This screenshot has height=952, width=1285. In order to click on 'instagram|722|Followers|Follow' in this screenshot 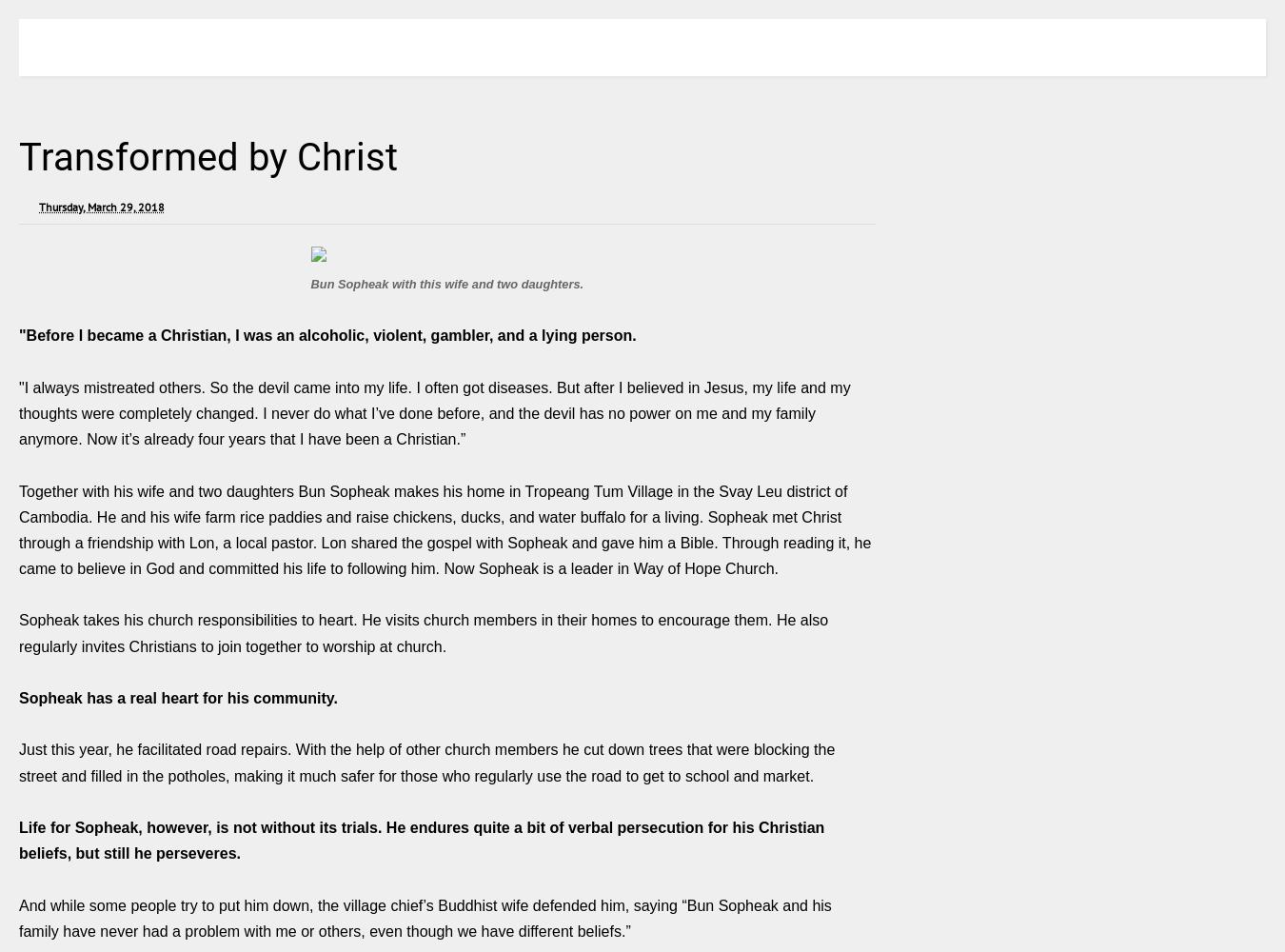, I will do `click(1049, 378)`.